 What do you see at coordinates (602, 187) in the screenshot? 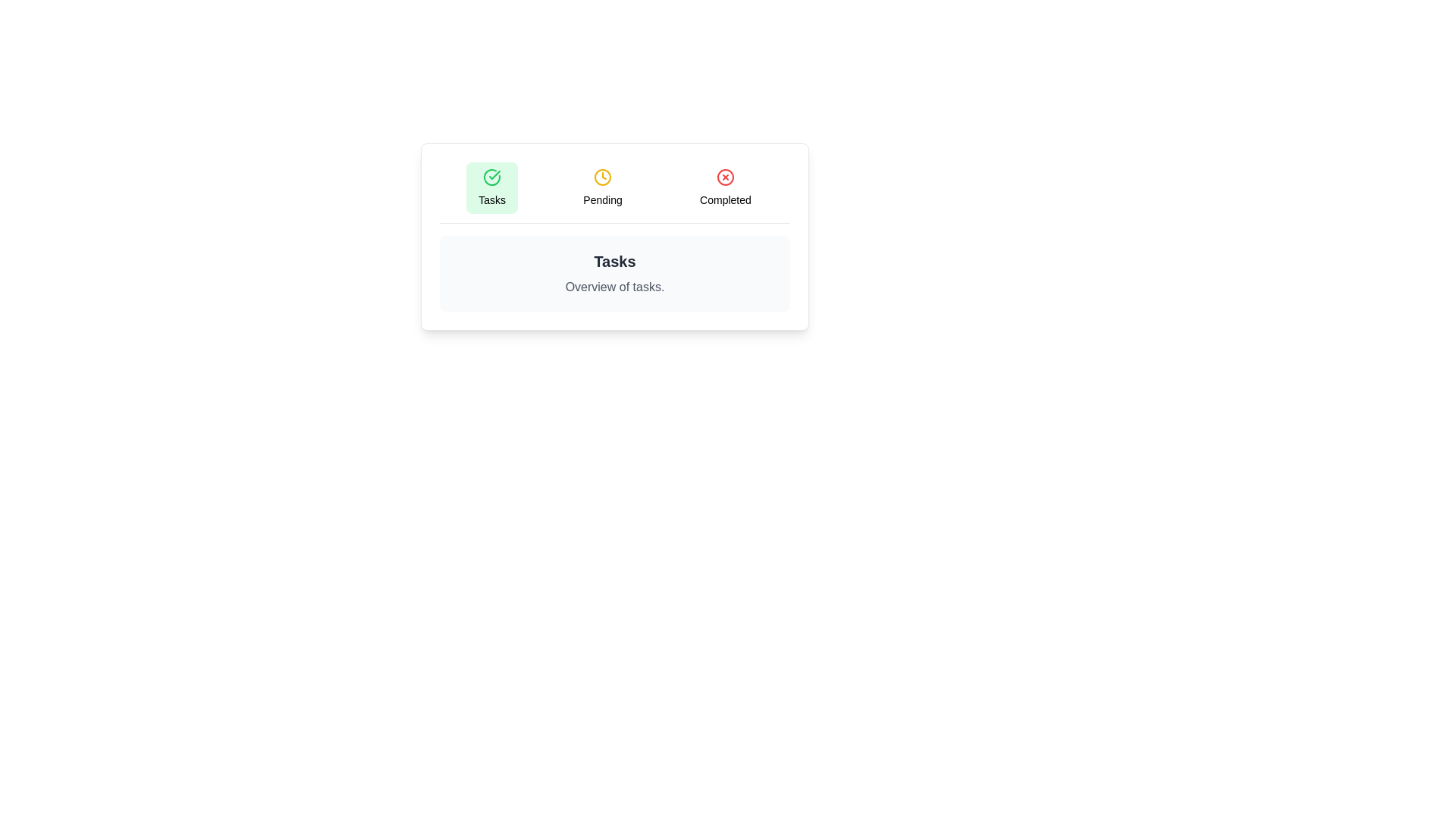
I see `the Pending tab to view its content` at bounding box center [602, 187].